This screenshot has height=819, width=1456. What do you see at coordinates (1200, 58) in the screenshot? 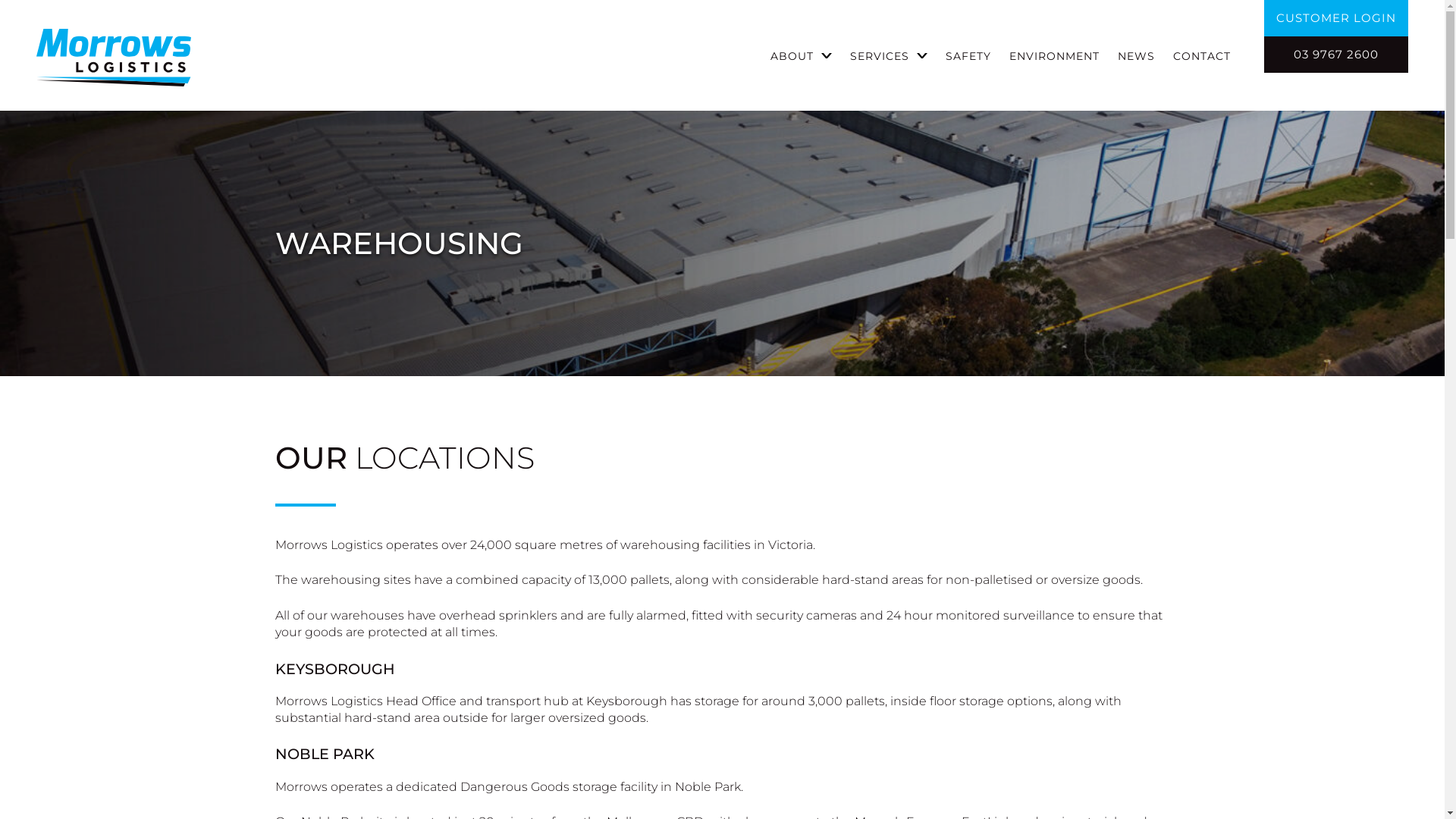
I see `'CONTACT'` at bounding box center [1200, 58].